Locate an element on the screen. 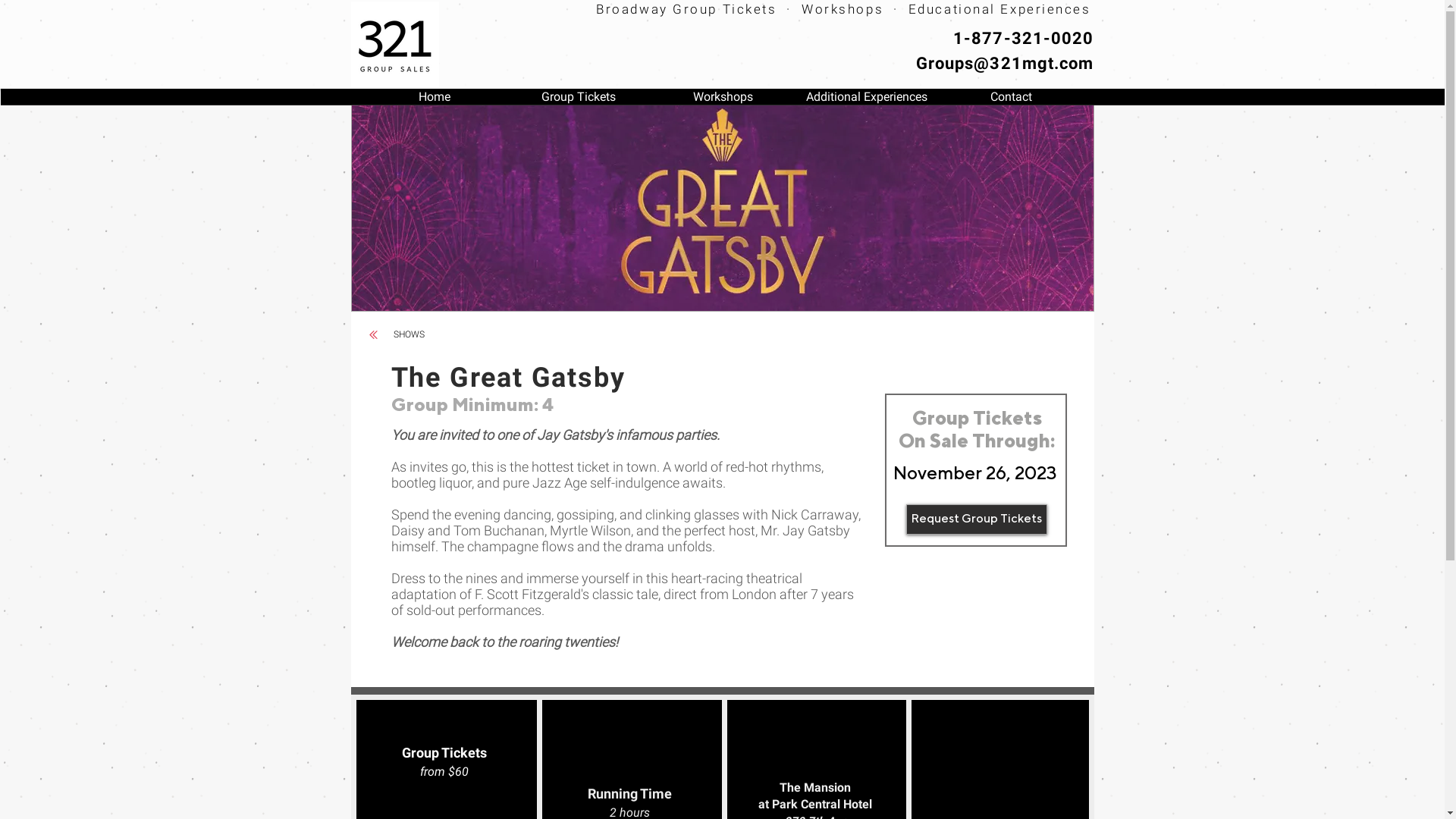  'Group Tickets' is located at coordinates (578, 102).